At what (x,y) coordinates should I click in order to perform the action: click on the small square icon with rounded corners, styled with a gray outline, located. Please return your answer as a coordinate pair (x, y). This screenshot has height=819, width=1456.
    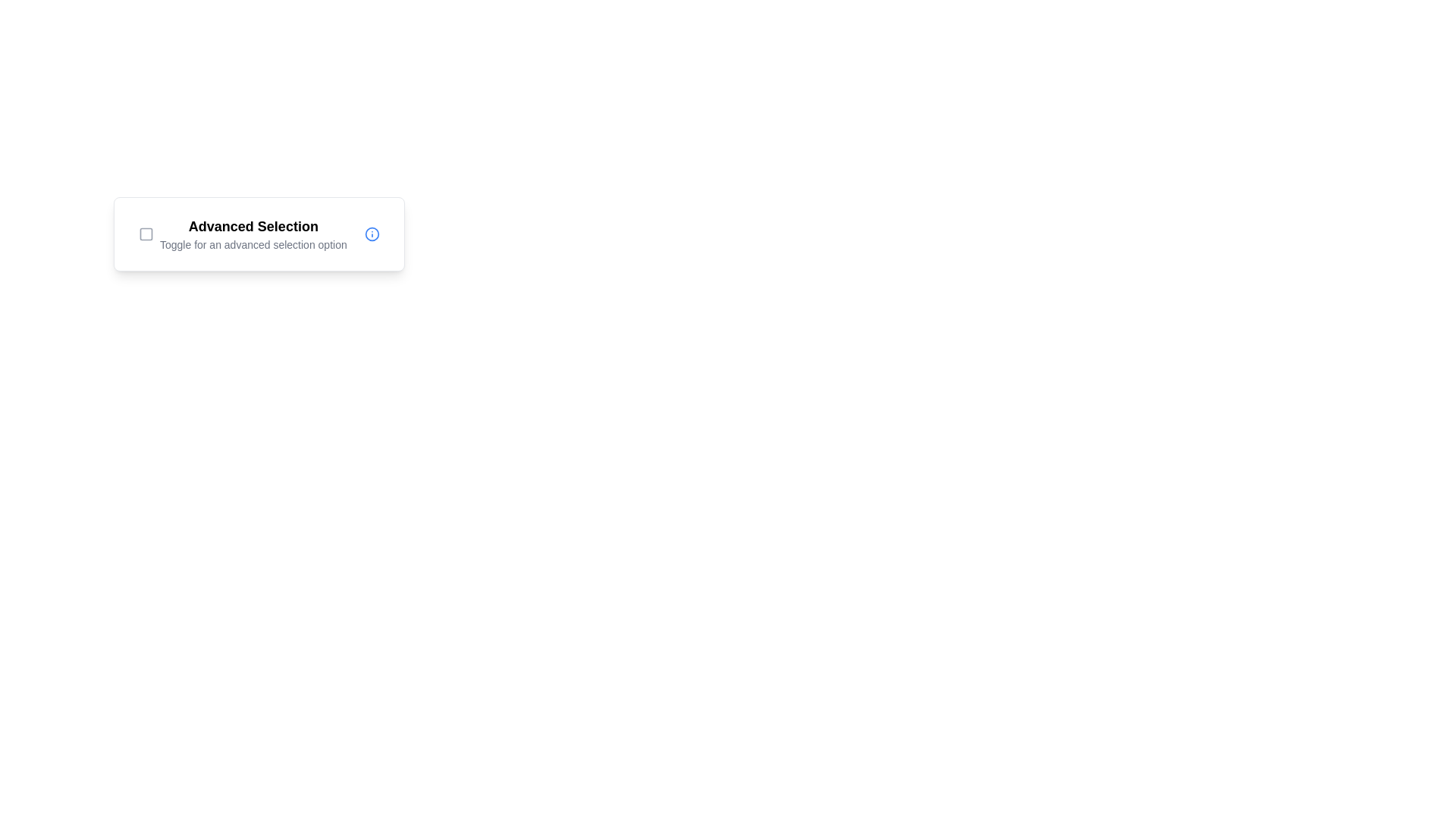
    Looking at the image, I should click on (146, 234).